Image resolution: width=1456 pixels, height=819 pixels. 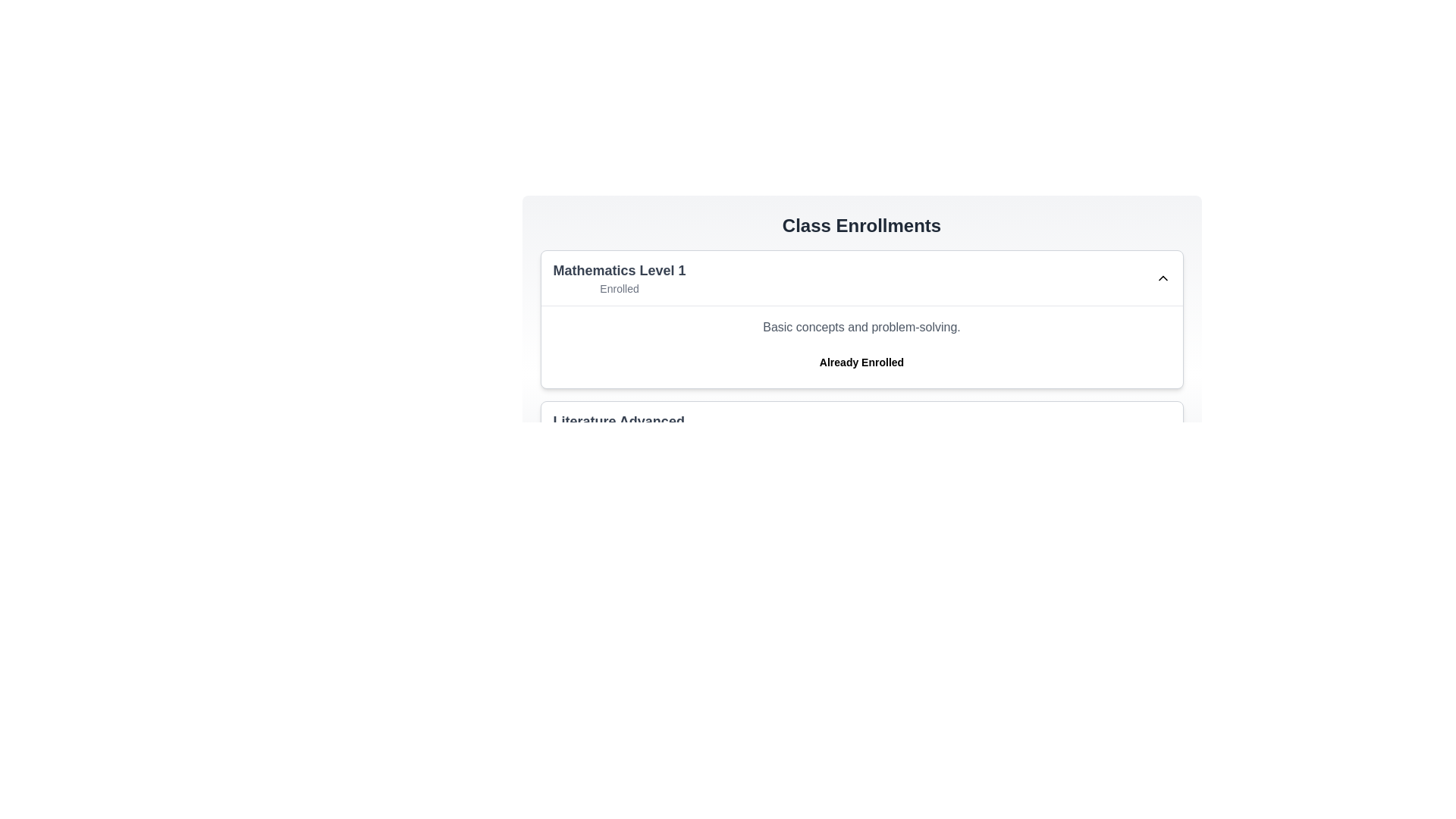 What do you see at coordinates (619, 289) in the screenshot?
I see `the text label indicating the enrollment status for the course 'Mathematics Level 1', located directly beneath the course title` at bounding box center [619, 289].